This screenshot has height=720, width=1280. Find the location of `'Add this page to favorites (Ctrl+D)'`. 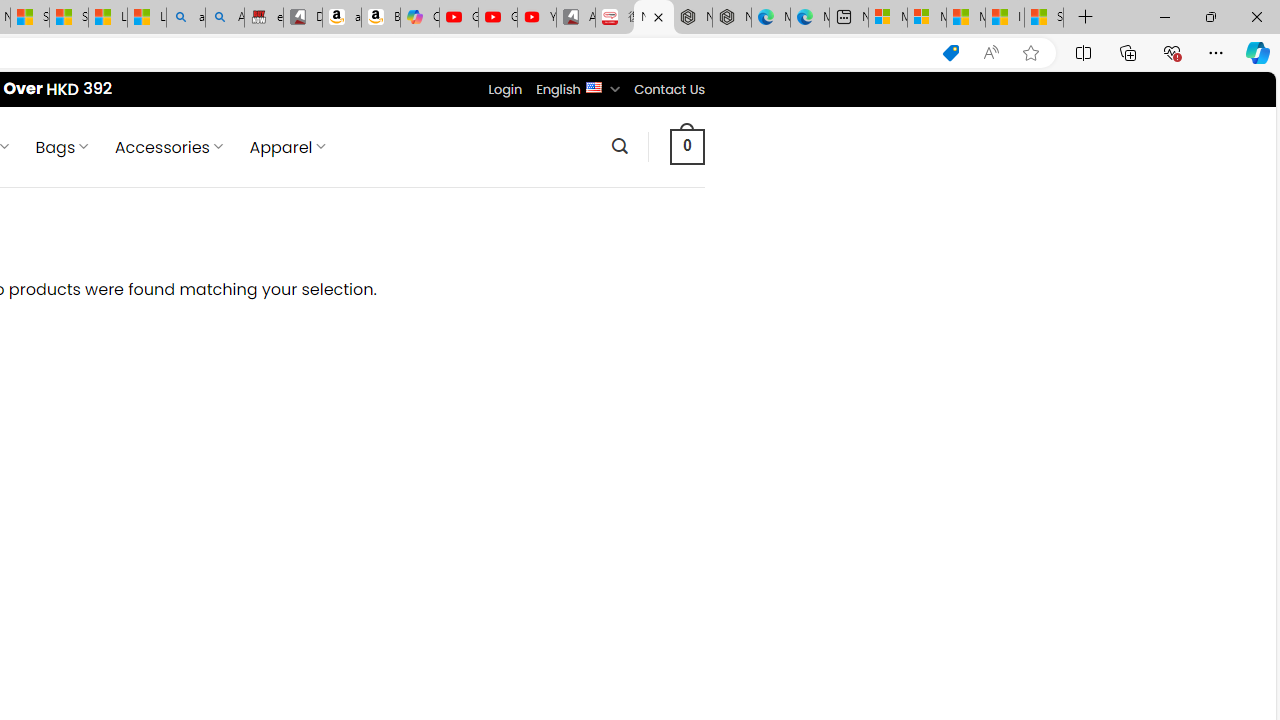

'Add this page to favorites (Ctrl+D)' is located at coordinates (1031, 52).